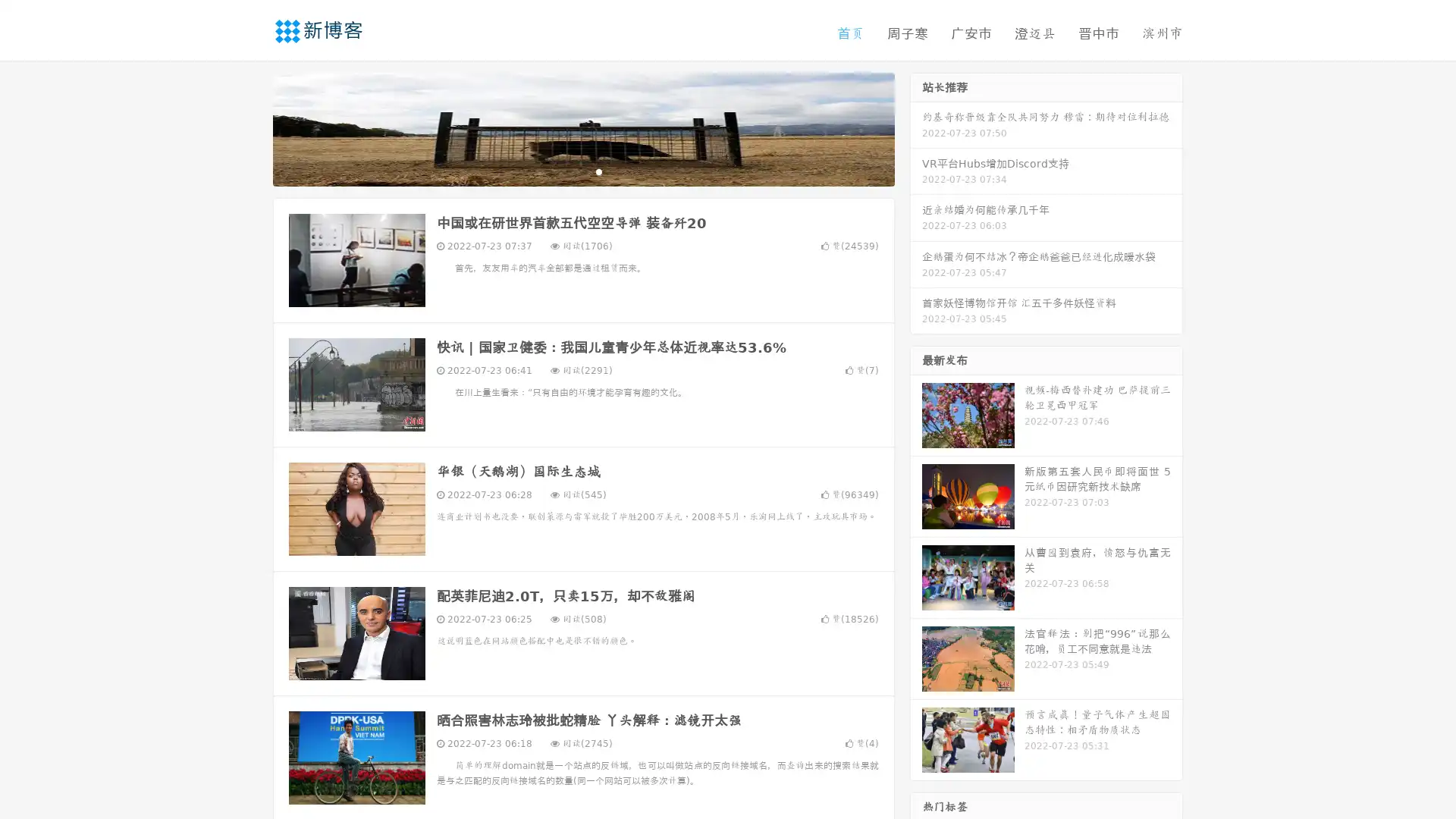  Describe the element at coordinates (582, 171) in the screenshot. I see `Go to slide 2` at that location.